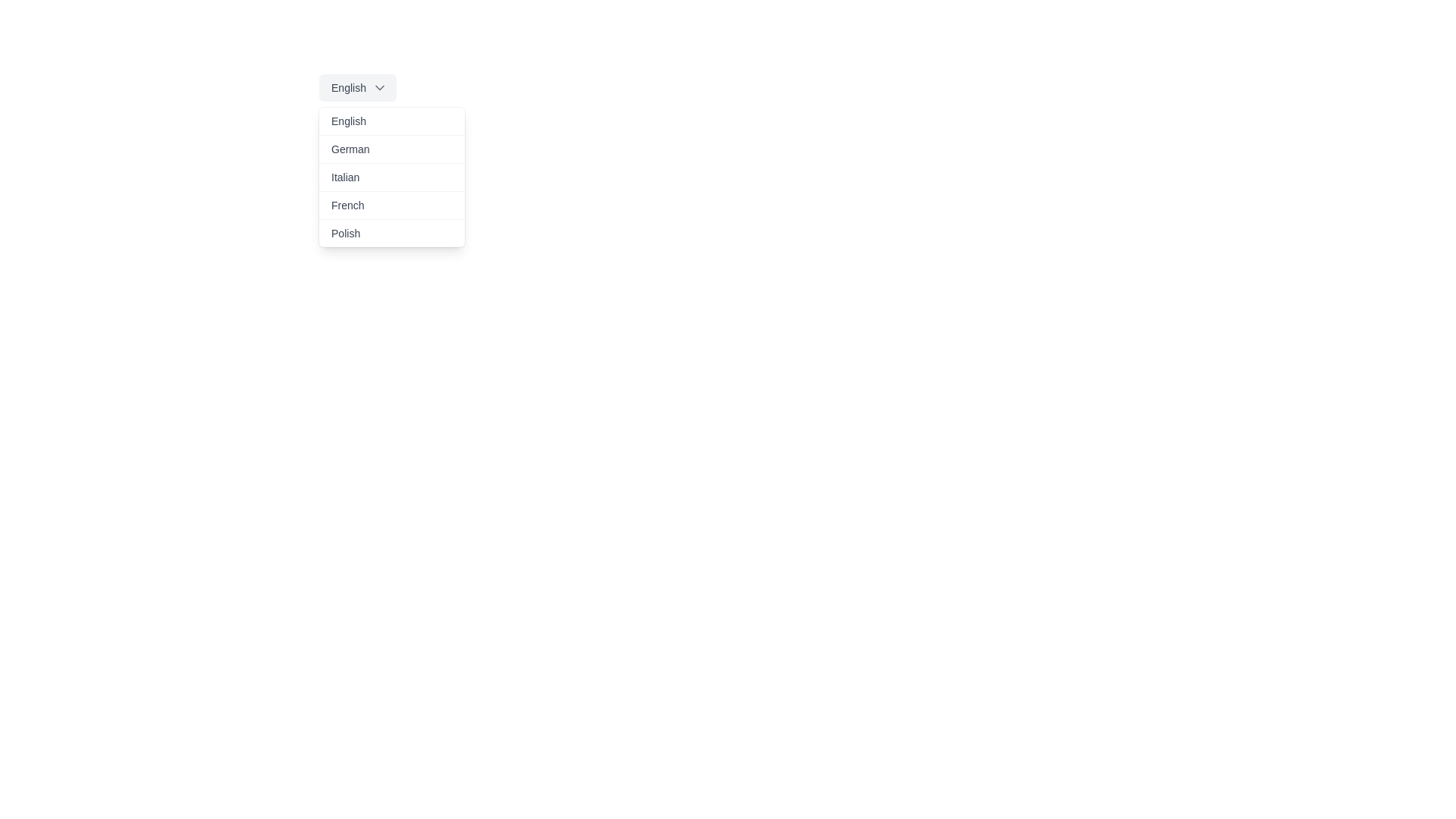 The height and width of the screenshot is (819, 1456). Describe the element at coordinates (392, 176) in the screenshot. I see `the 'Italian' option in the dropdown menu using navigation keys` at that location.